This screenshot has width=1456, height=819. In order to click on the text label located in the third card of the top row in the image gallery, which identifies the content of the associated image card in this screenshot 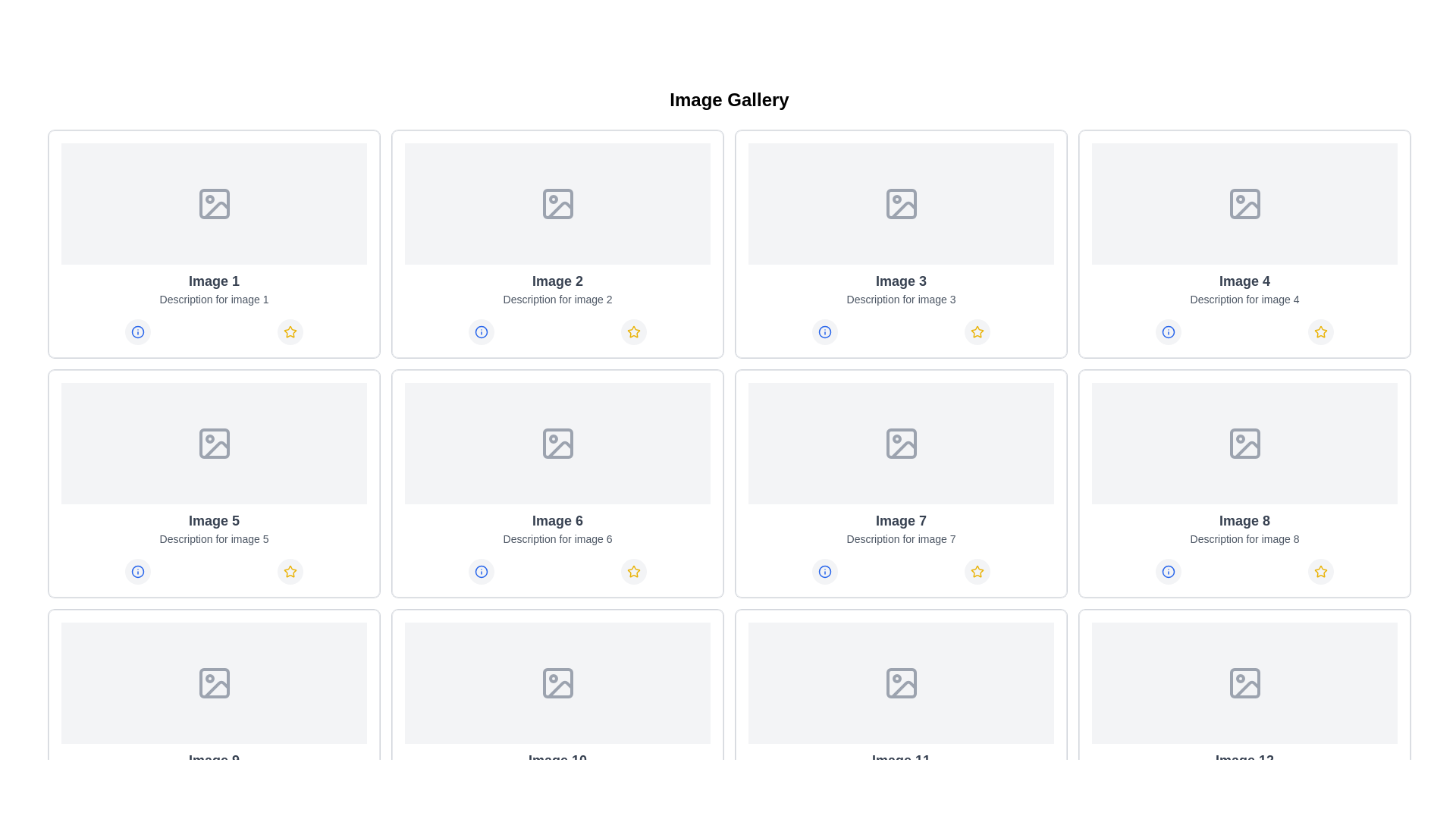, I will do `click(901, 281)`.